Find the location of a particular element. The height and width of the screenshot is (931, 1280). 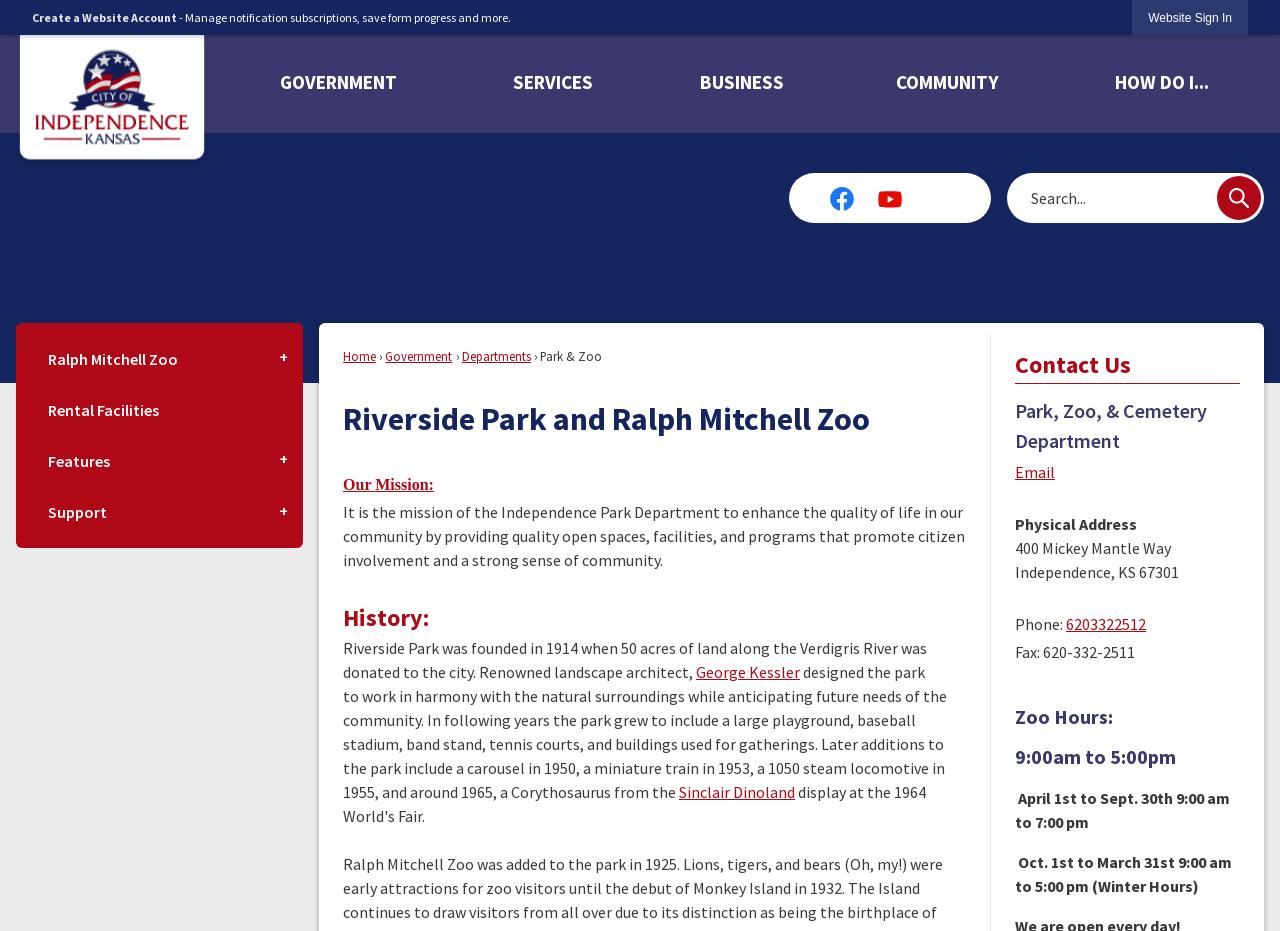

'designed the park to work in harmony with the natural surroundings while anticipating future needs of the community. In following years the park grew to include a large playground, baseball stadium, band stand, tennis courts, and buildings used for gatherings. Later additions to the park include a carousel in 1950, a miniature train in 1953, a 1050 steam locomotive in 1955, and around 1965, a Corythosaurus from the' is located at coordinates (644, 732).